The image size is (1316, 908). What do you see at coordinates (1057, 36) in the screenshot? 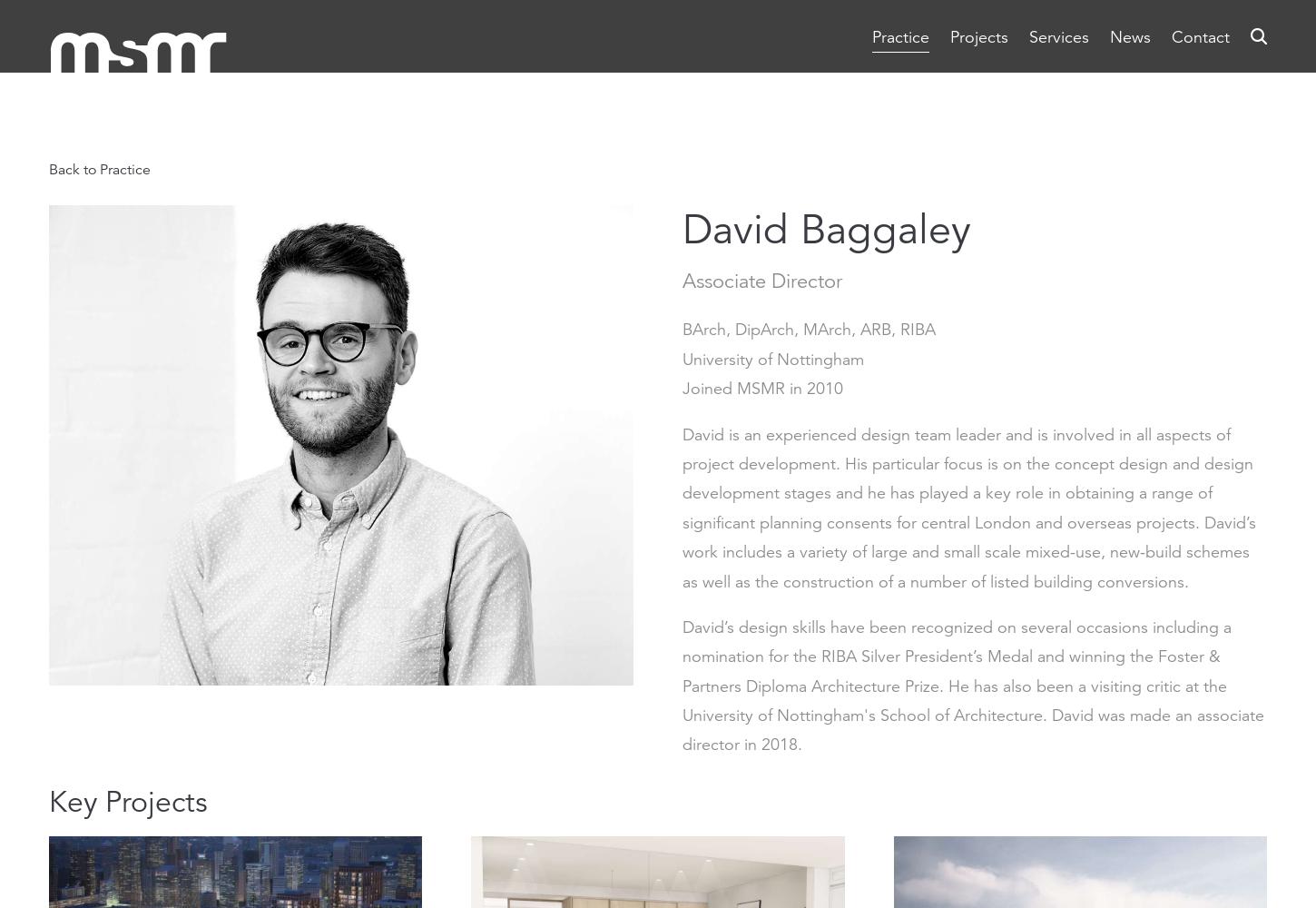
I see `'Services'` at bounding box center [1057, 36].